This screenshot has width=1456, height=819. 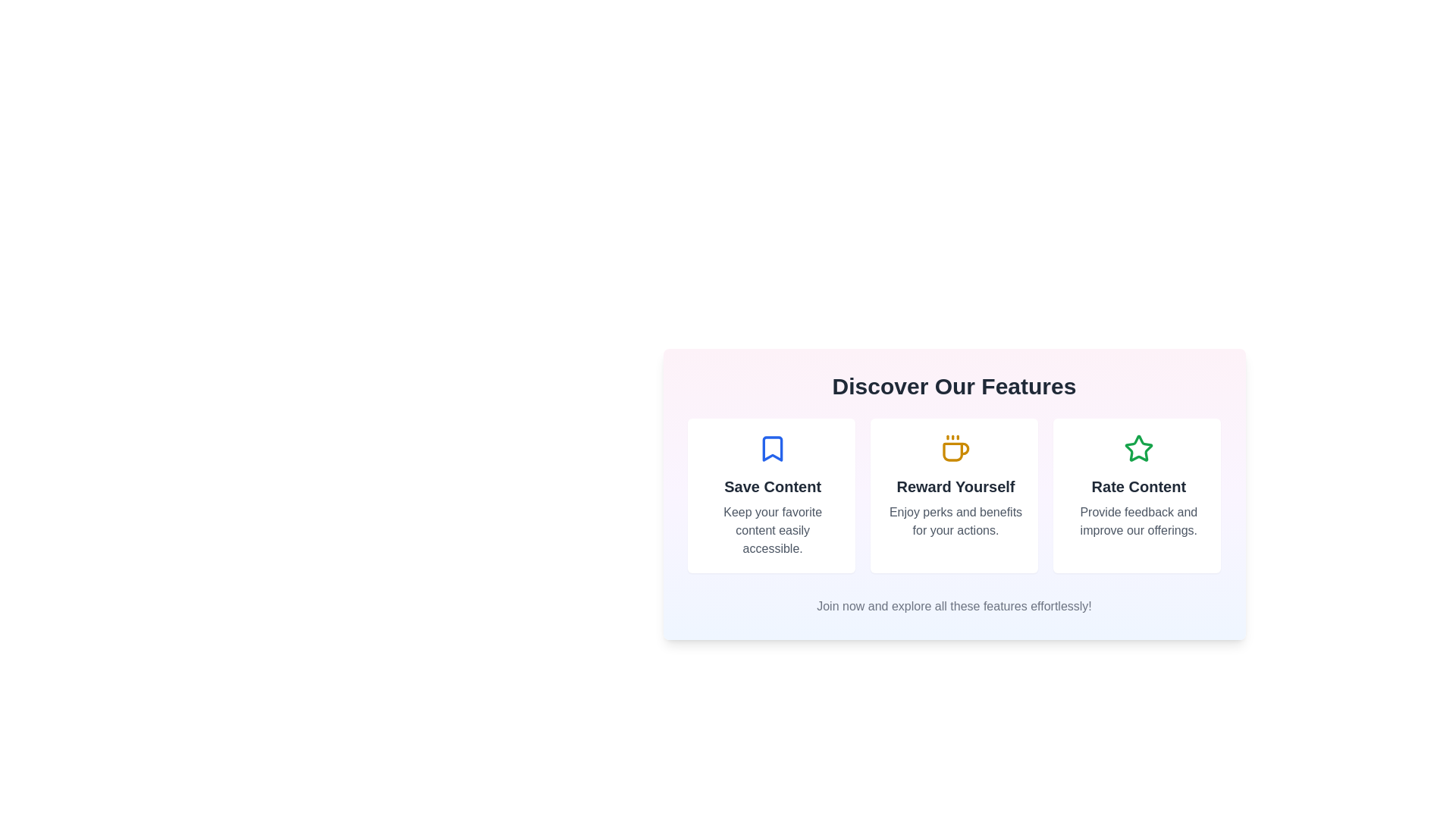 I want to click on the bookmark icon located at the top center of the 'Save Content' card under the 'Discover Our Features' section, so click(x=773, y=447).